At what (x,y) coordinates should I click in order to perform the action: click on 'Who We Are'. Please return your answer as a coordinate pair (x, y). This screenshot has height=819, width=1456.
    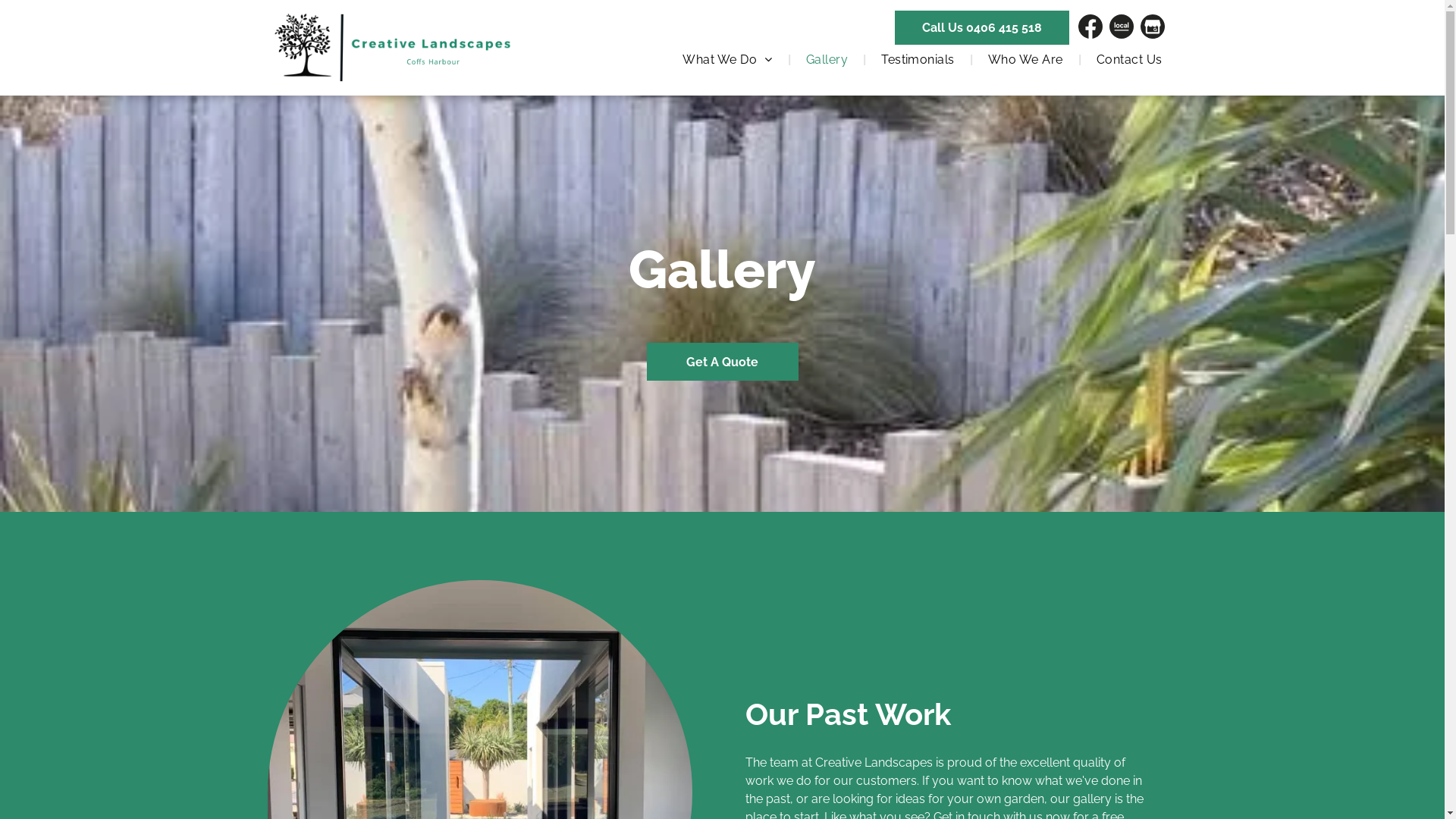
    Looking at the image, I should click on (972, 58).